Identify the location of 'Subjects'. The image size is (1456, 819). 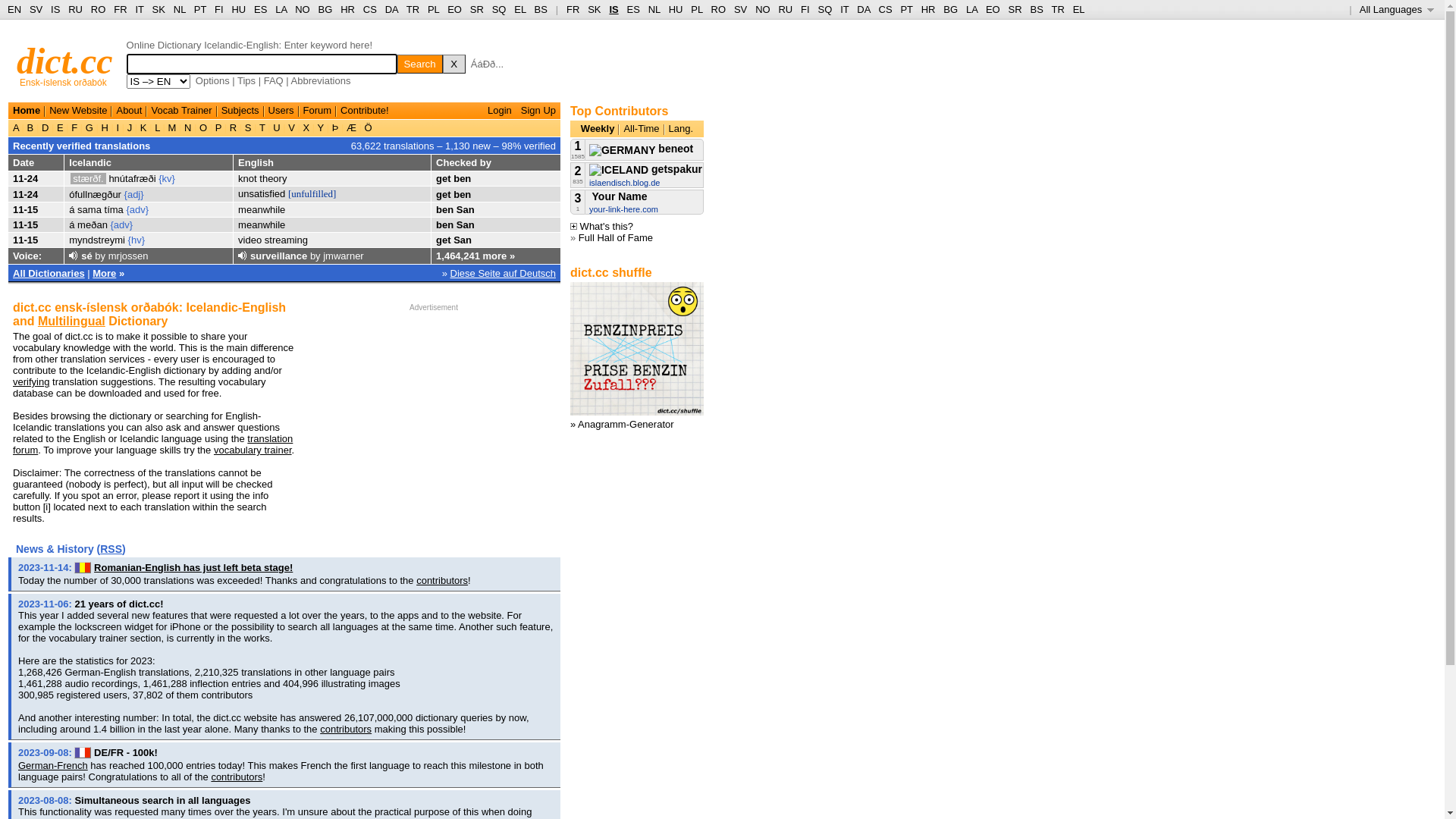
(239, 109).